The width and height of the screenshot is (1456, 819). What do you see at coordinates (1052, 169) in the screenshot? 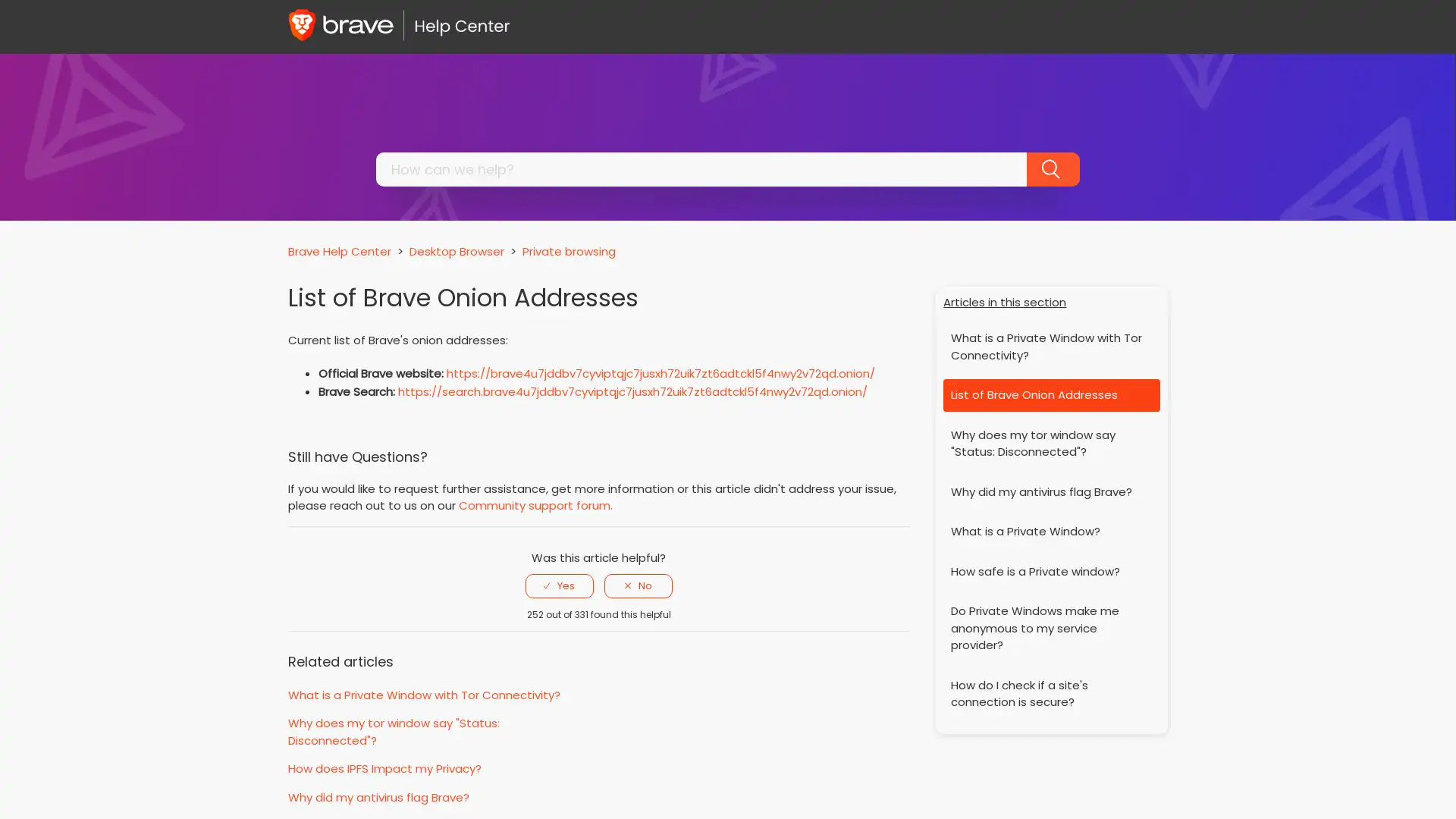
I see `Search` at bounding box center [1052, 169].